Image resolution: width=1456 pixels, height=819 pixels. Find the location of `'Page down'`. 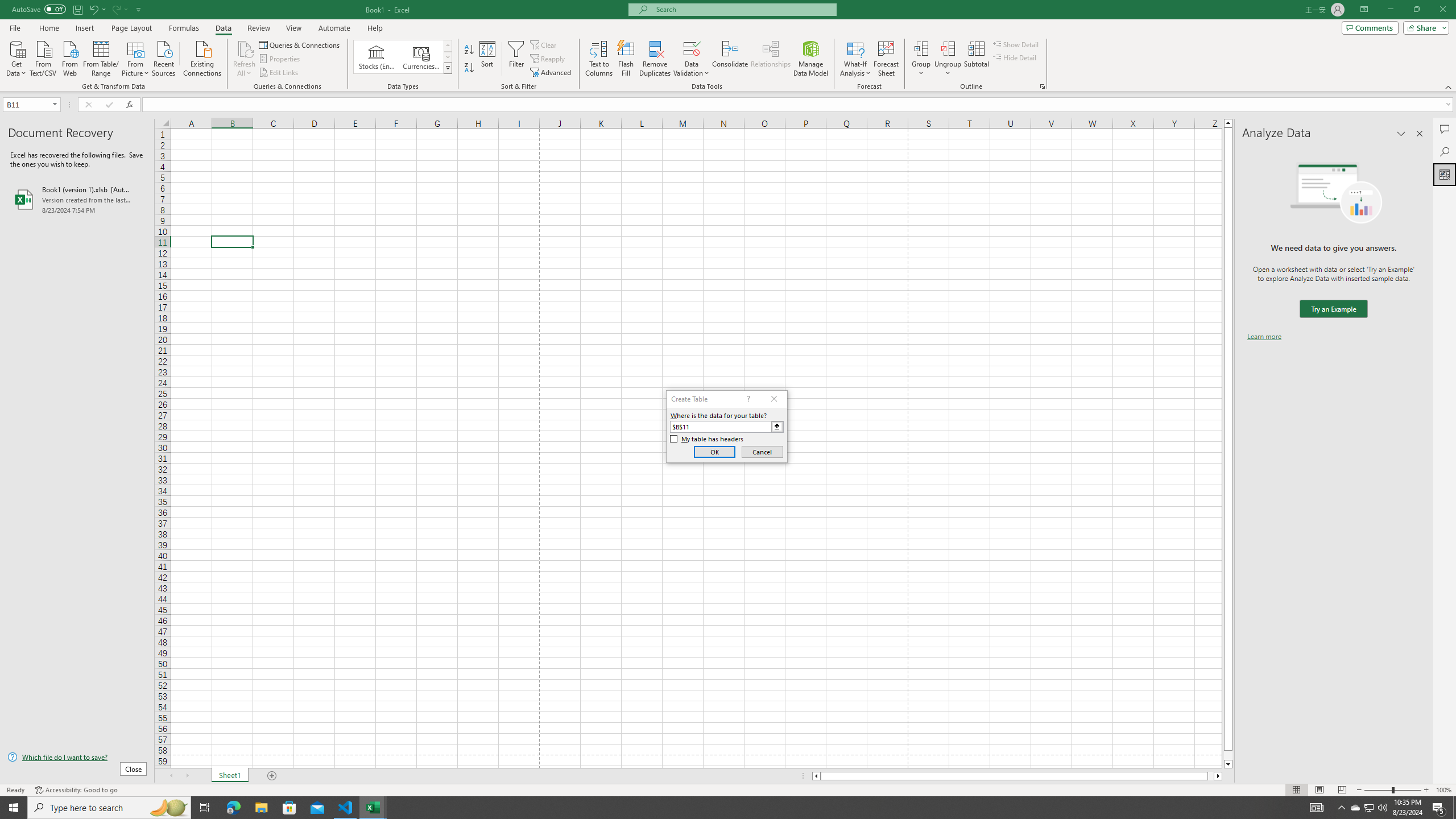

'Page down' is located at coordinates (1228, 755).